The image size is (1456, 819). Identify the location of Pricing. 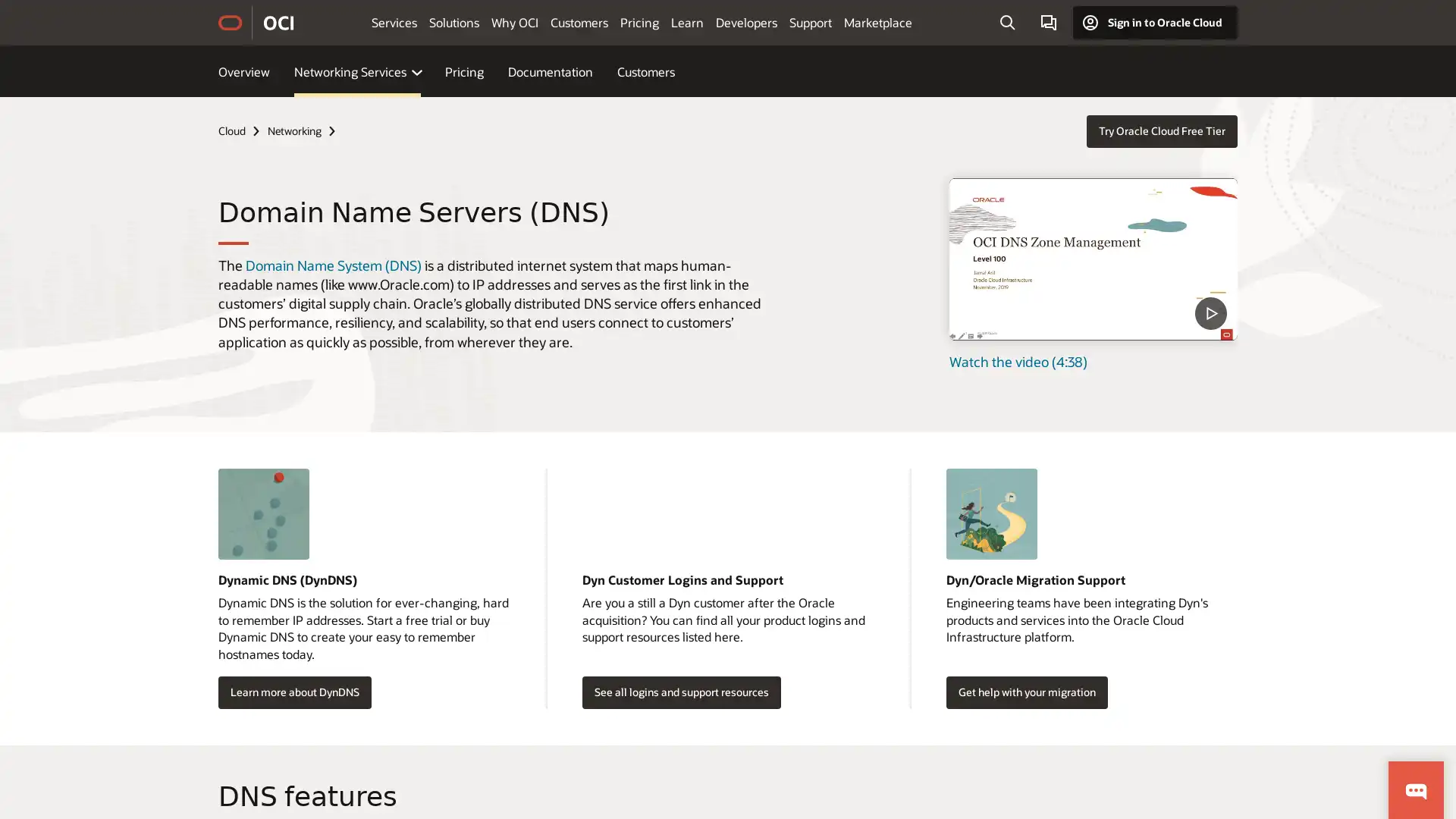
(639, 22).